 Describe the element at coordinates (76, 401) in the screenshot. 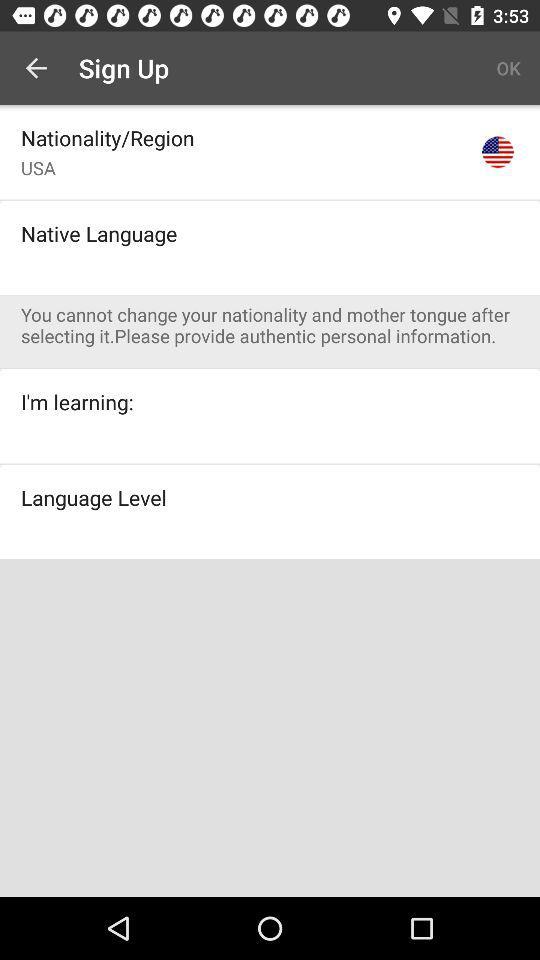

I see `the i'm learning: icon` at that location.